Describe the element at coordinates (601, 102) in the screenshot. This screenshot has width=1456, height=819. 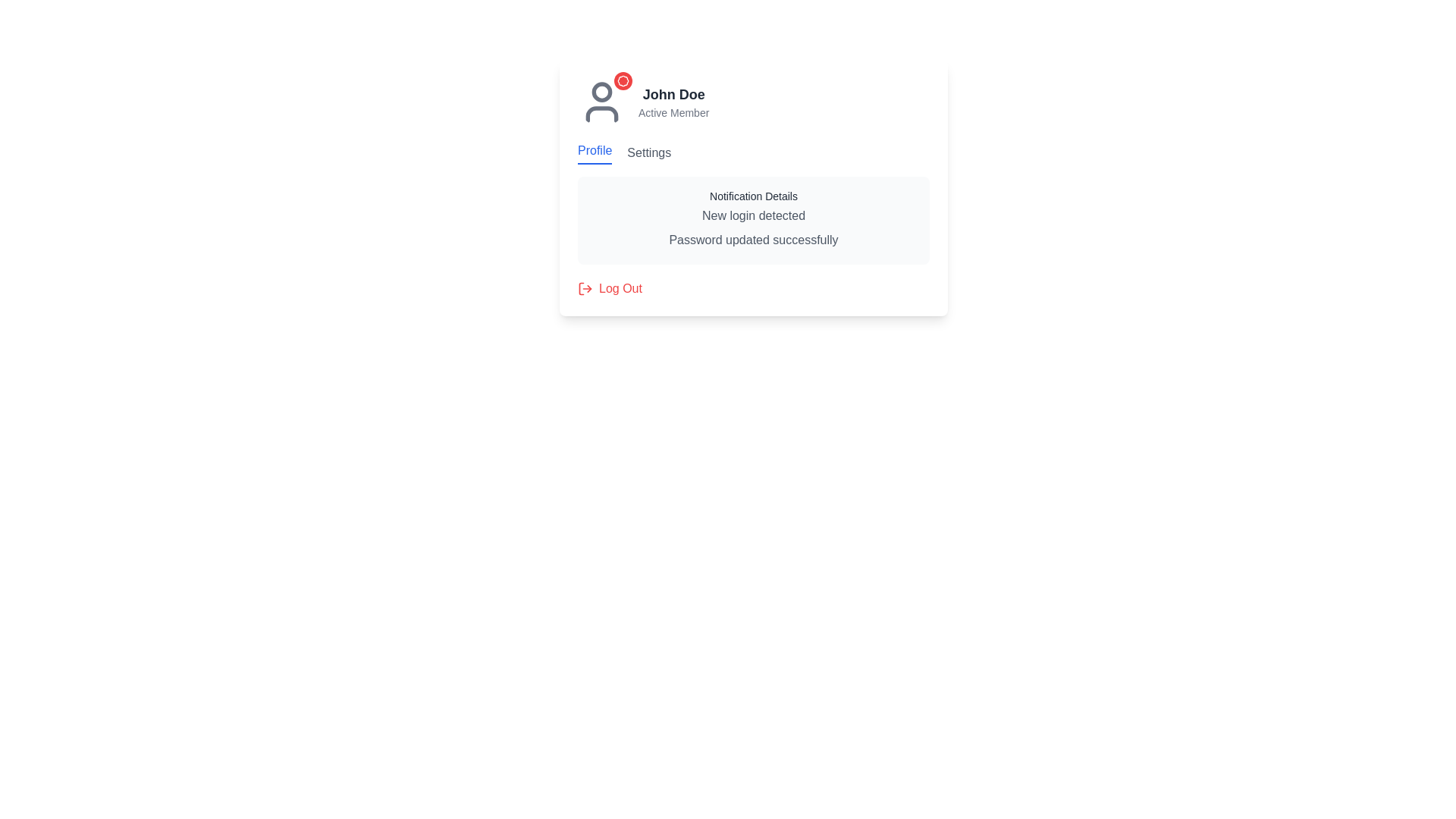
I see `the user profile icon, which is a circular avatar icon styled in grey, positioned in the top-left corner next to the text elements 'John Doe' and 'Active Member'` at that location.